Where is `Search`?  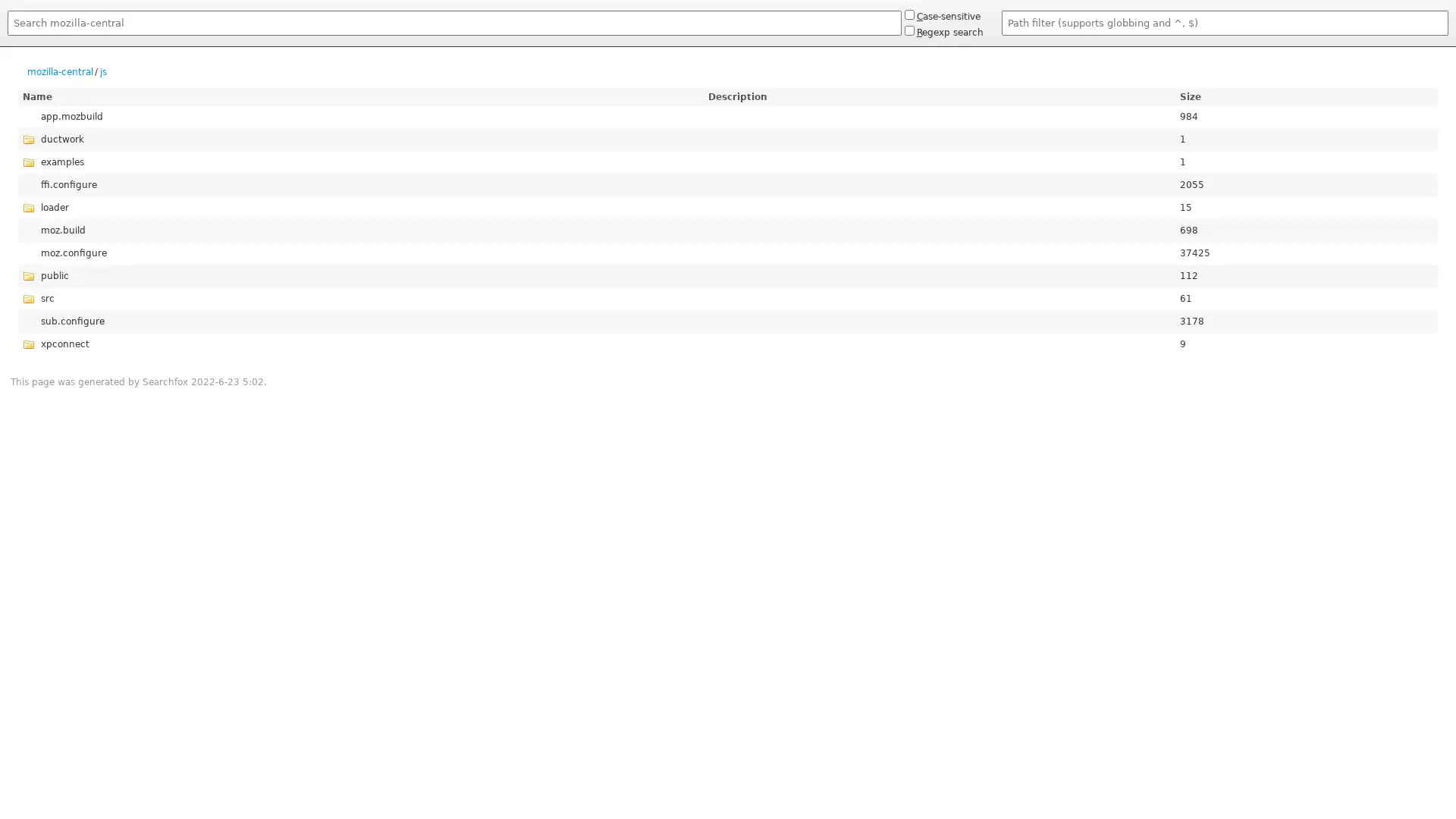
Search is located at coordinates (7, 38).